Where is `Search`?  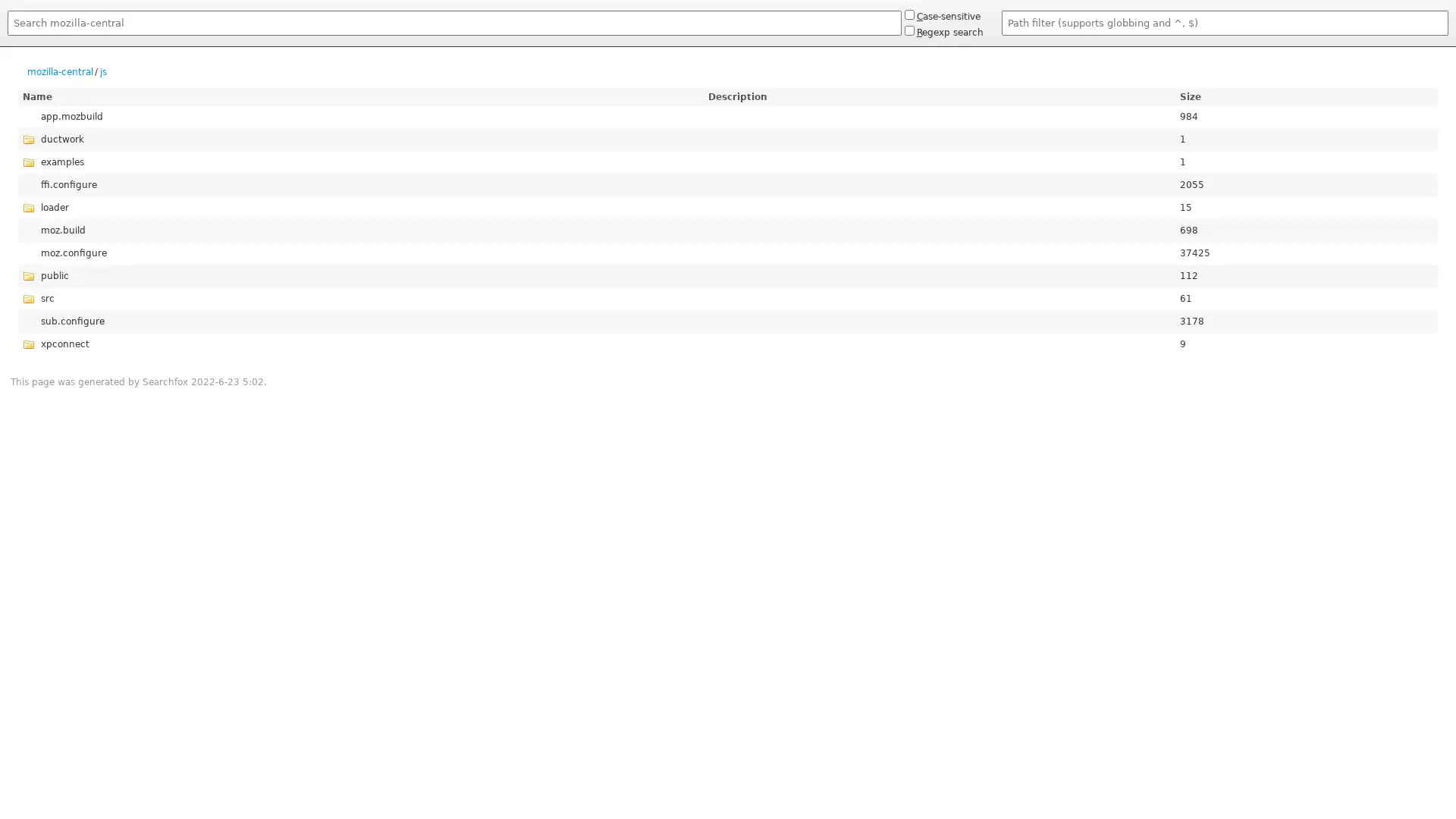
Search is located at coordinates (7, 38).